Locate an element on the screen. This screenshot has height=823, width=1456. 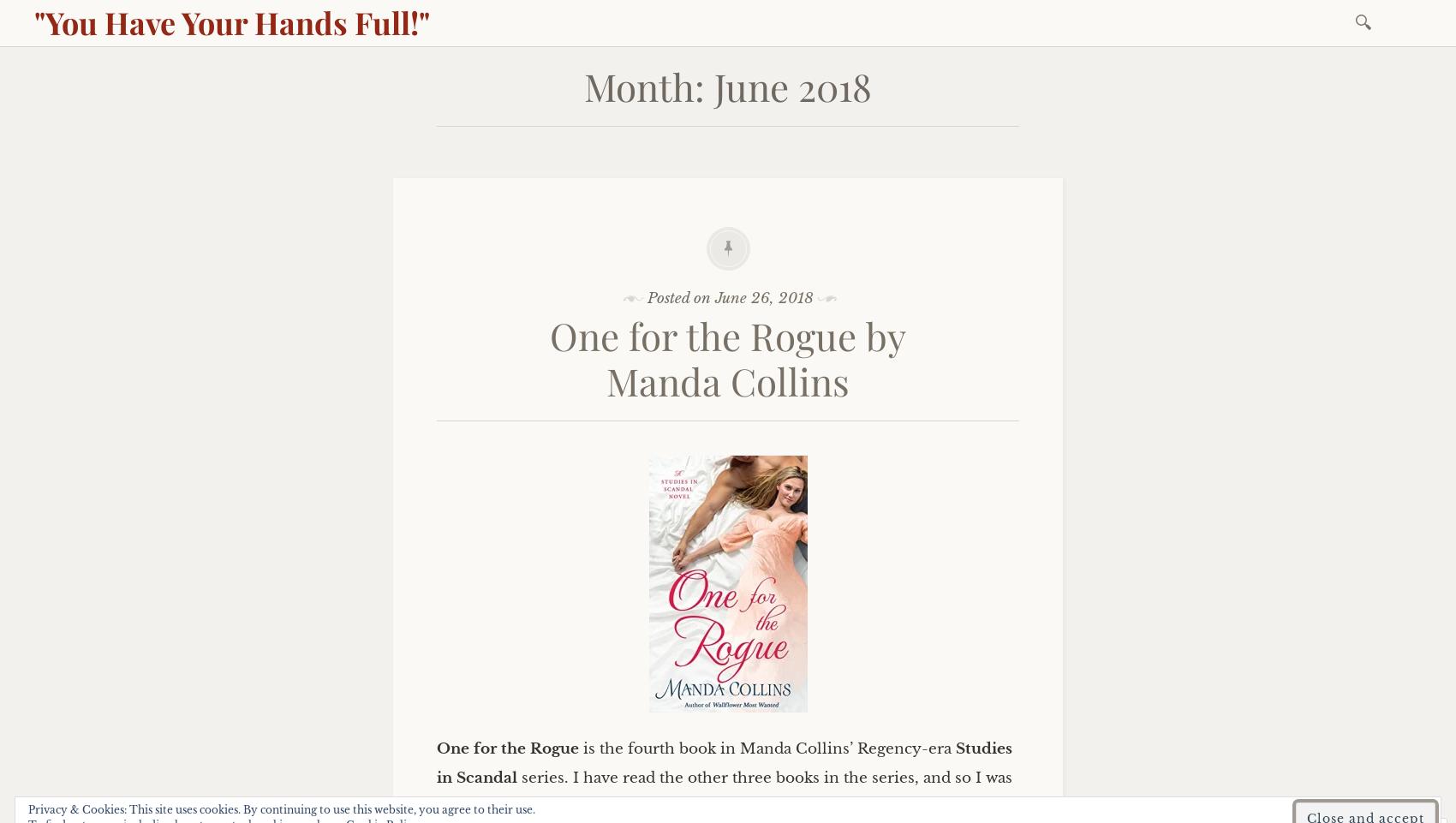
'One for the Rogue by Manda Collins' is located at coordinates (728, 356).